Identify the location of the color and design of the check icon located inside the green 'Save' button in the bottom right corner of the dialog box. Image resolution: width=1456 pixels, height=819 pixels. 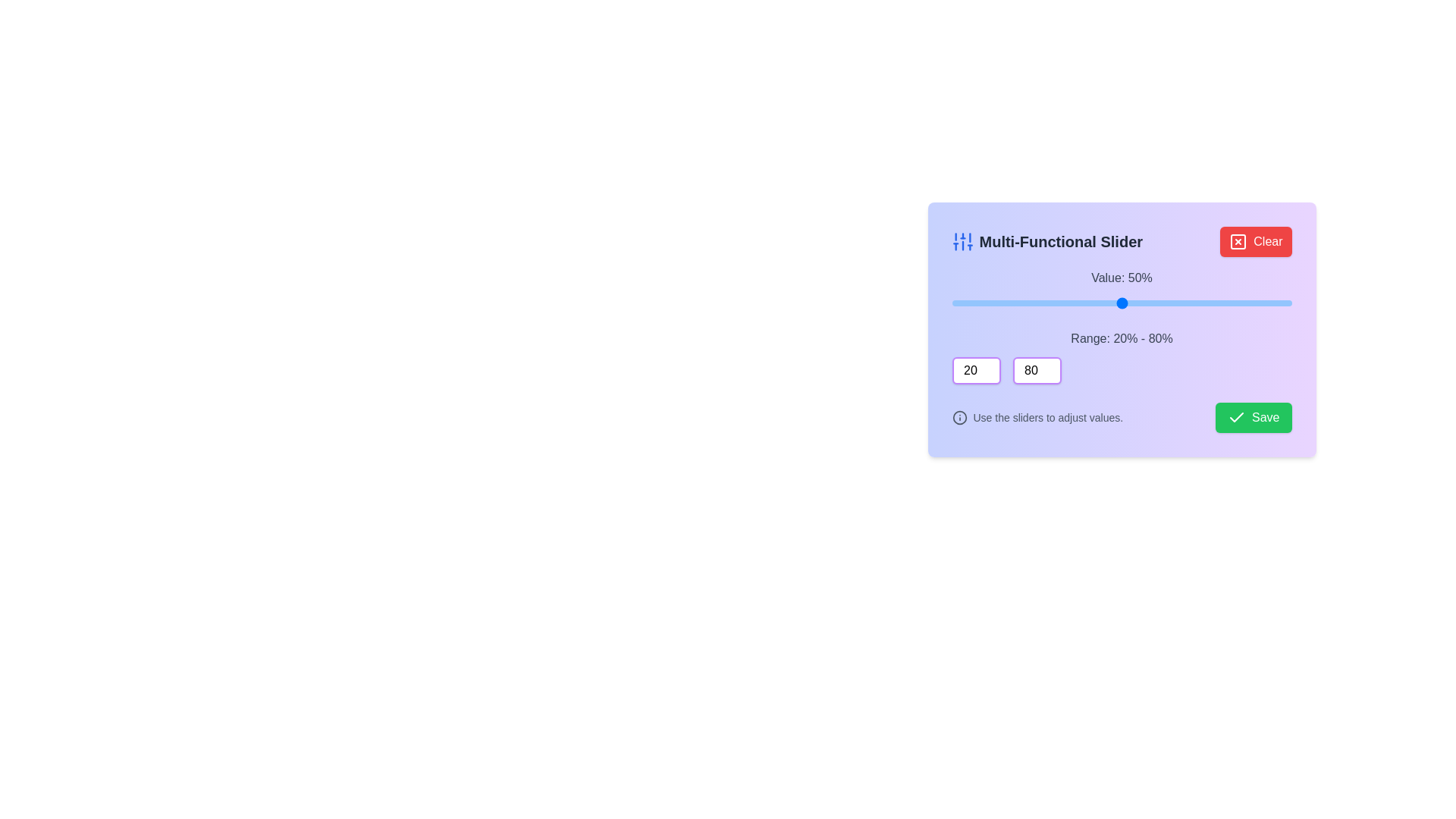
(1237, 418).